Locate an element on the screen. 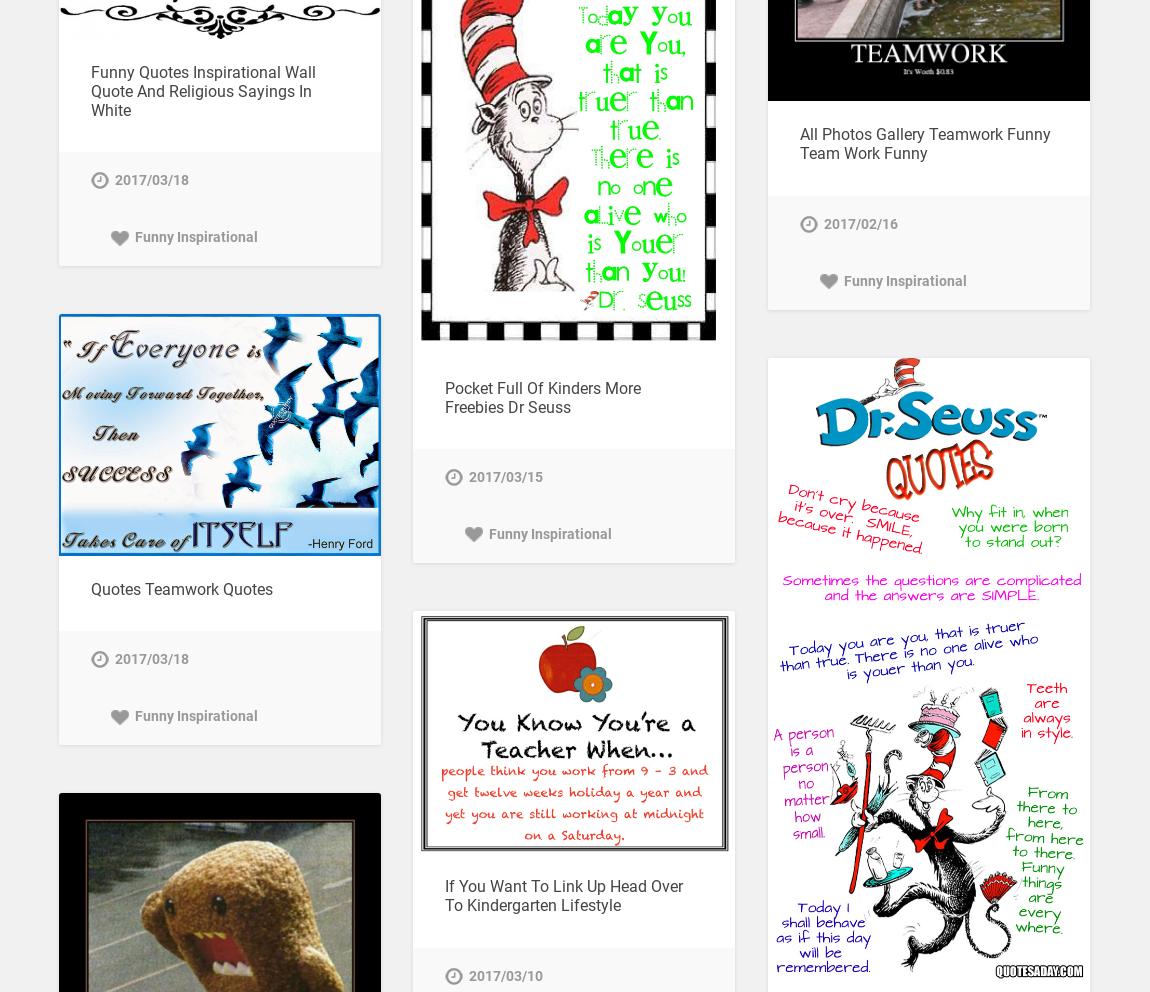  'All Photos Gallery  Teamwork Funny Team Work Funny' is located at coordinates (924, 144).